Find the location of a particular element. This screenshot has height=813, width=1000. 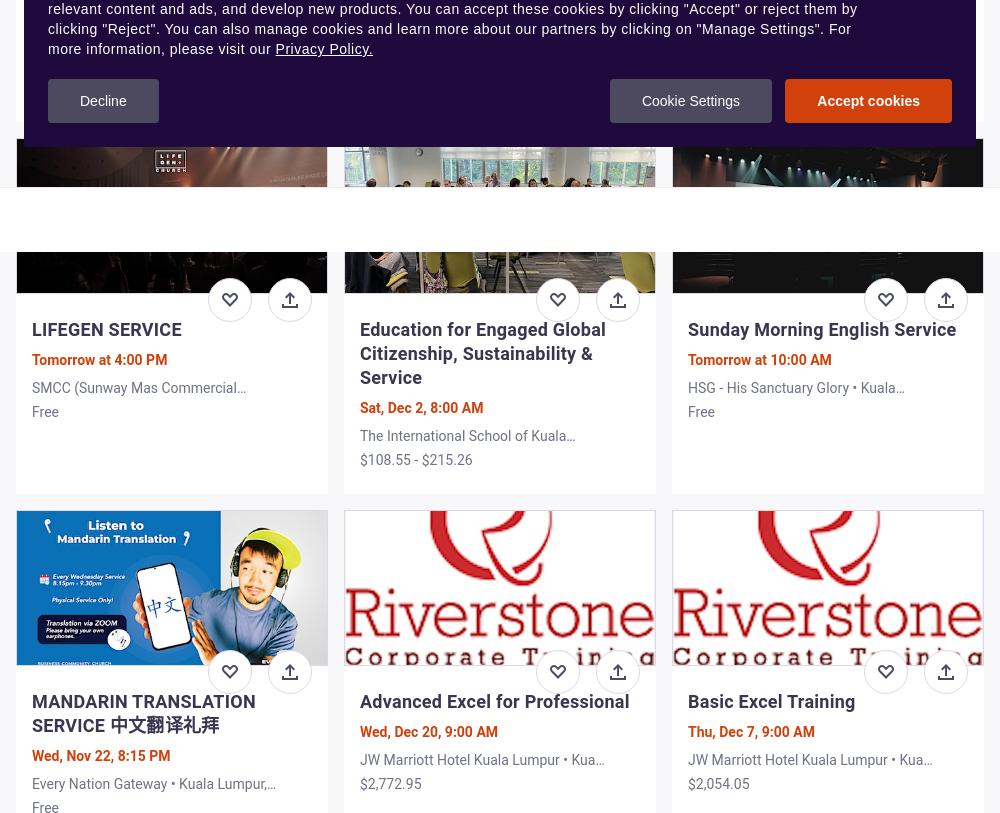

'Pullman Kuala Lumpur Bangsar • Kuala Lumpur, Wilayah Persekutuan Kuala Lumpur' is located at coordinates (153, 82).